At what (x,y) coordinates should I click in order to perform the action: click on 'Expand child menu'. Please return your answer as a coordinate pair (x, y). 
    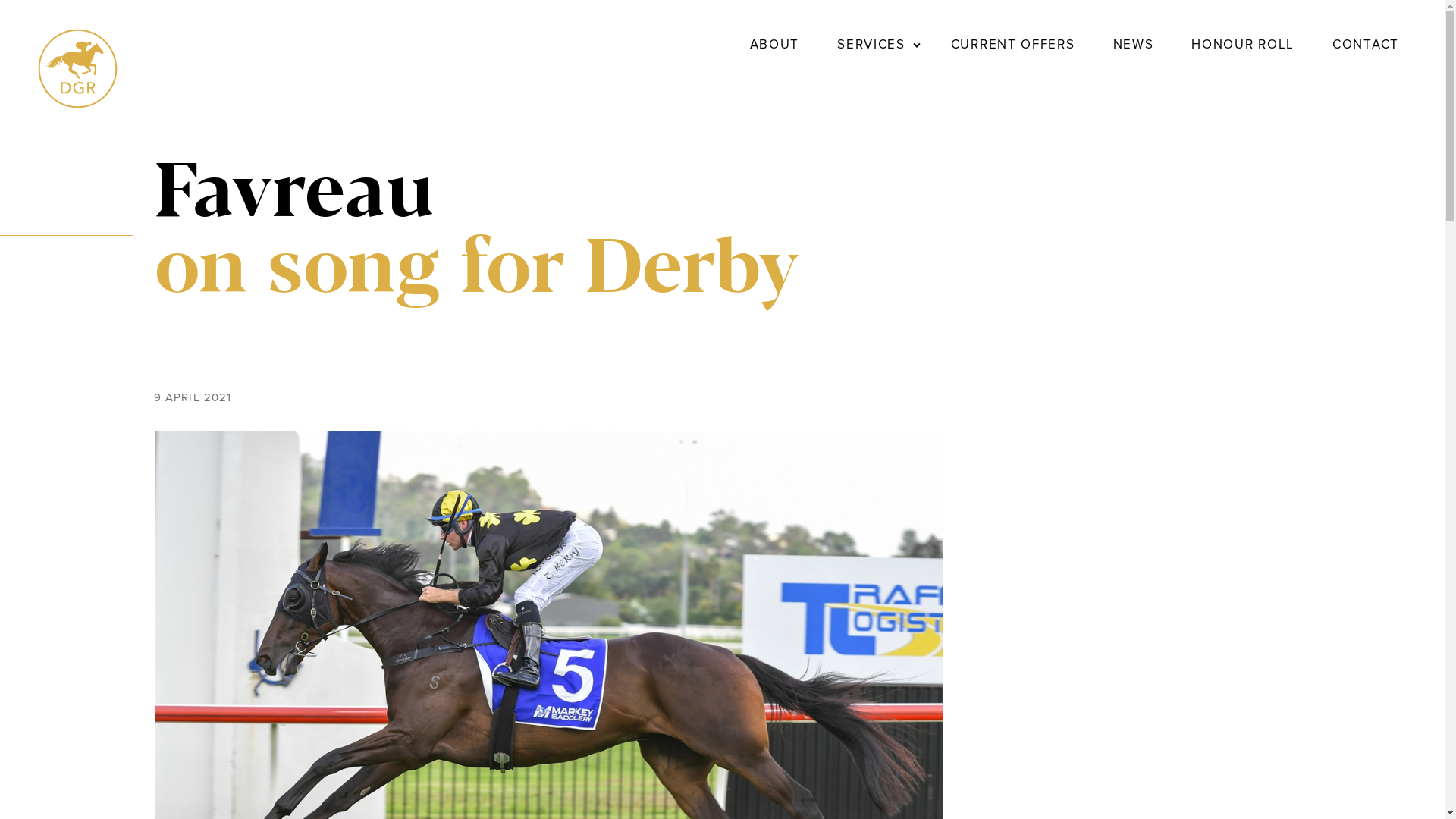
    Looking at the image, I should click on (916, 43).